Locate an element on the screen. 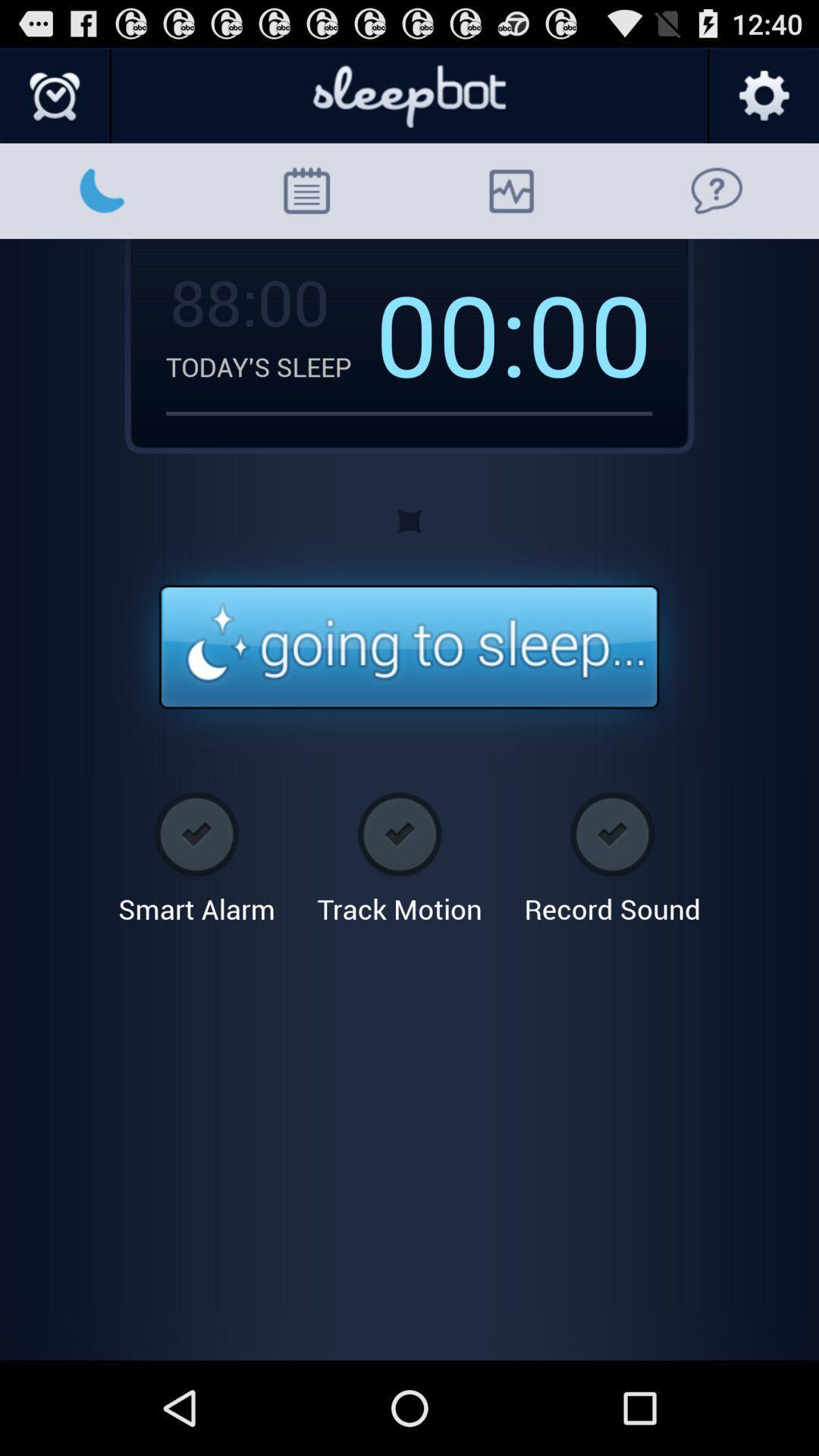 This screenshot has height=1456, width=819. sleep is located at coordinates (408, 648).